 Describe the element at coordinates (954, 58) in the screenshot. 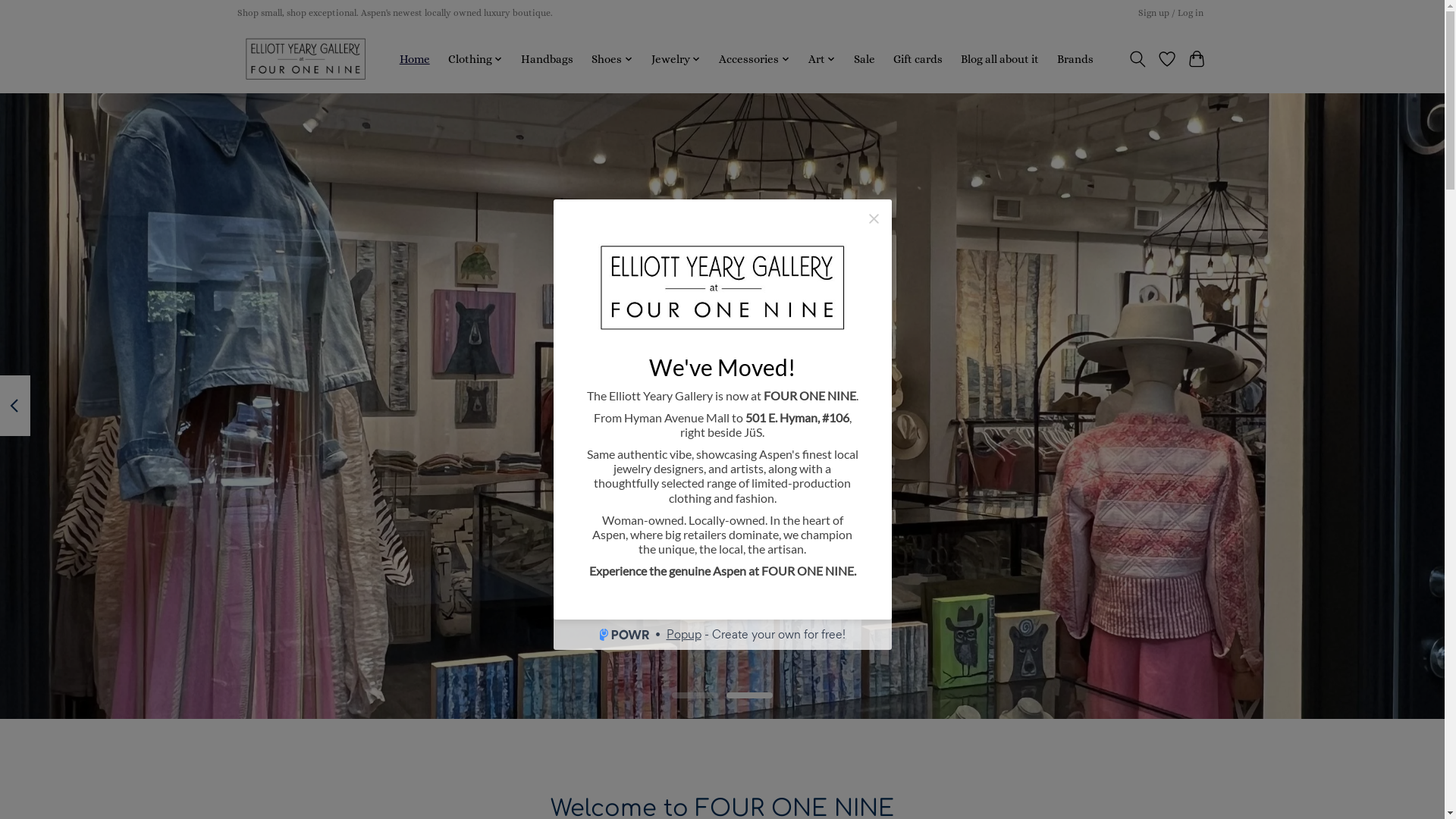

I see `'Blog all about it'` at that location.